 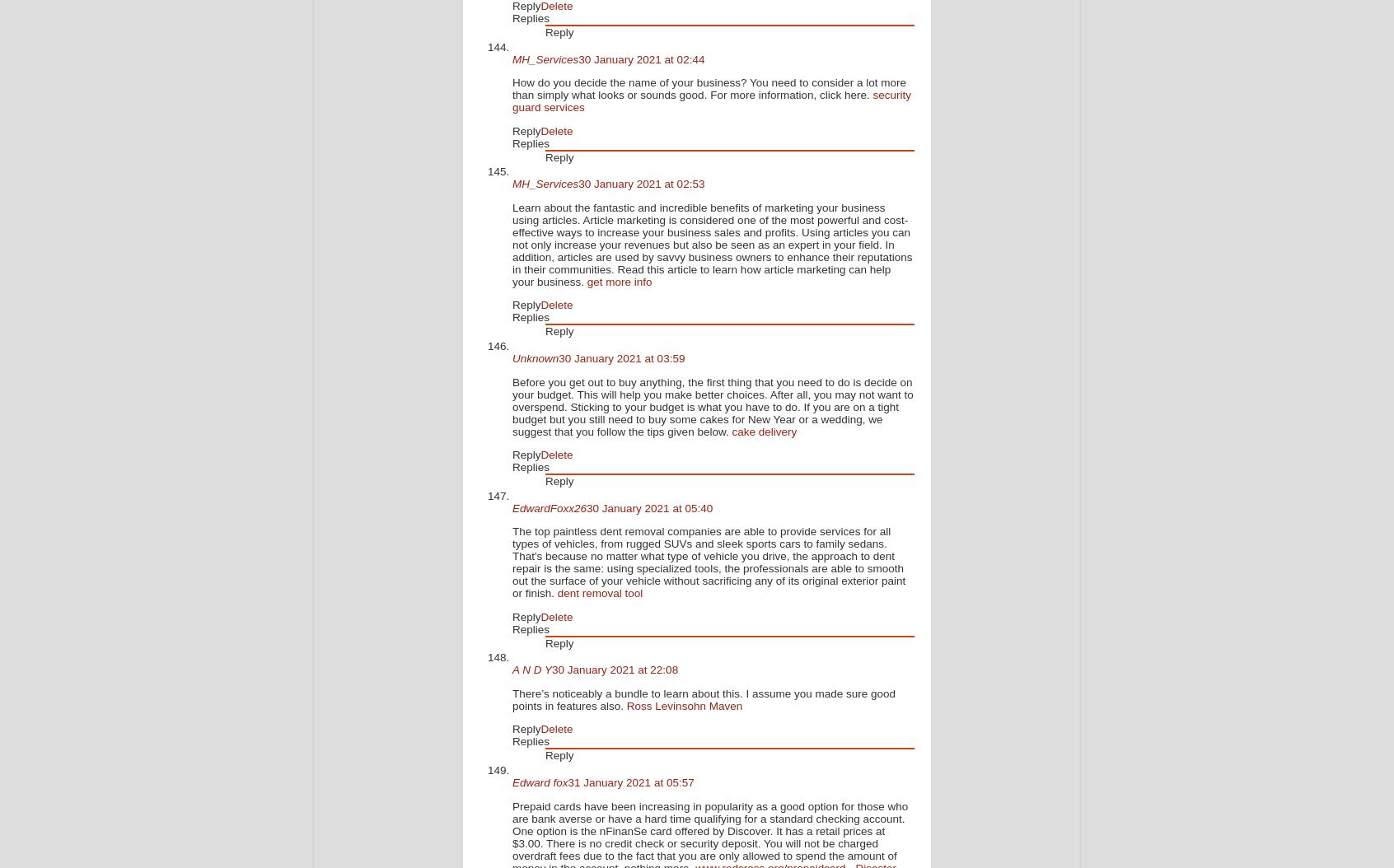 I want to click on 'Ross Levinsohn Maven', so click(x=625, y=705).